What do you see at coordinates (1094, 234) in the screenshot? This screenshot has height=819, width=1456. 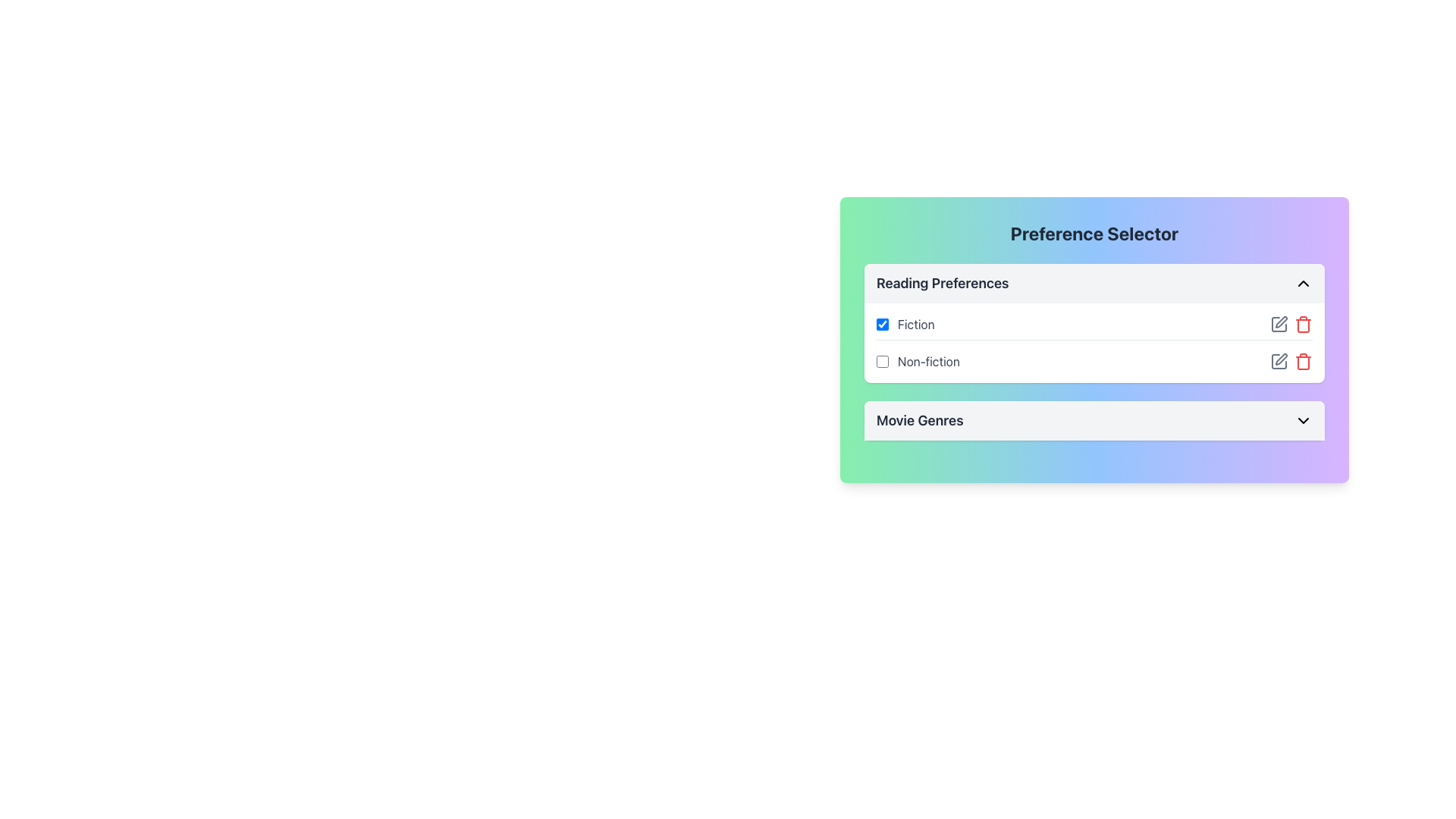 I see `the text label that serves as a title or header for the card's function, located at the top of the card with a gradient background transitioning from green to purple` at bounding box center [1094, 234].